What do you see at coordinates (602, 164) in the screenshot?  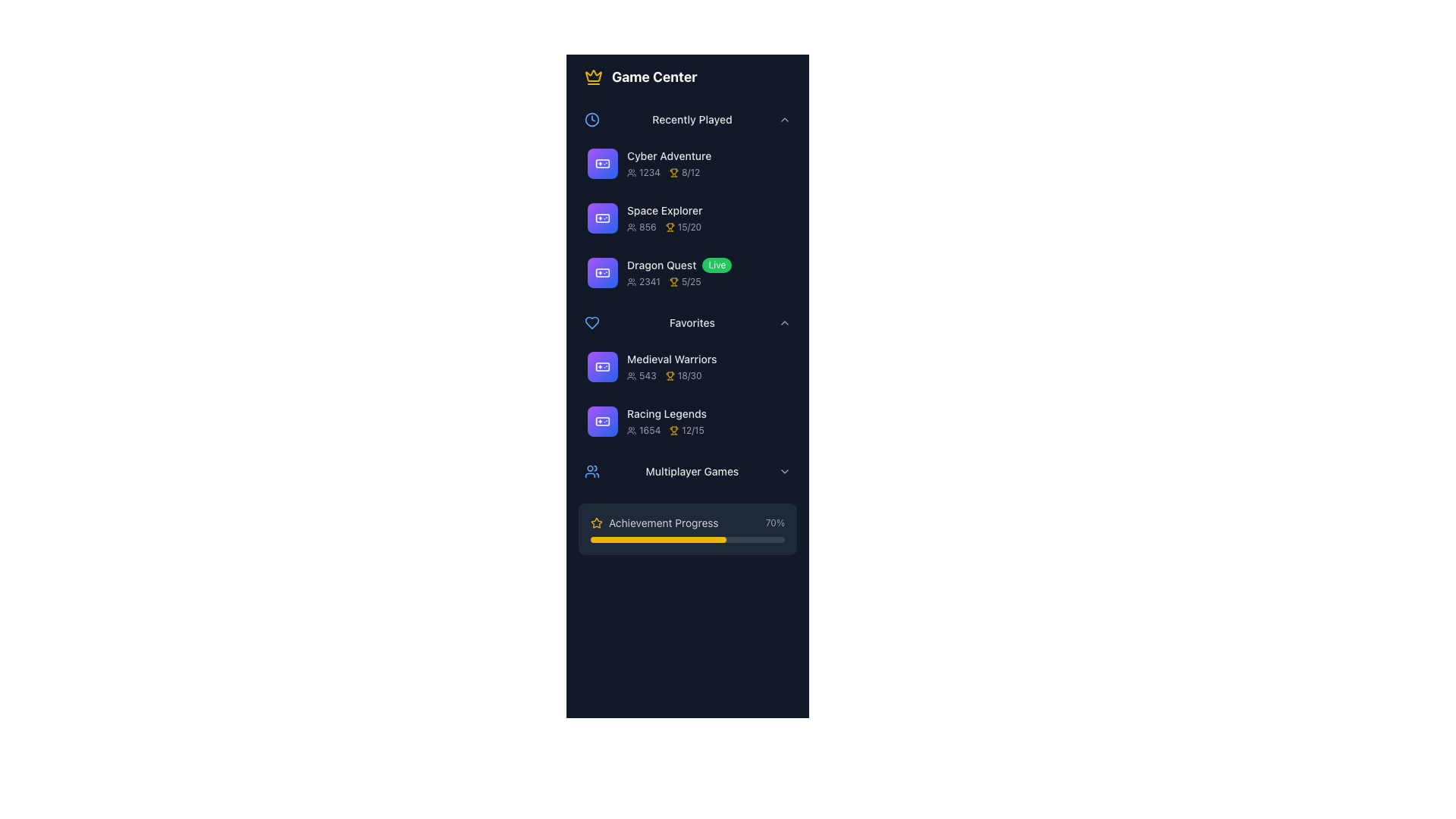 I see `the 'Cyber Adventure' game icon, which is the first entry in the 'Recently Played' list` at bounding box center [602, 164].